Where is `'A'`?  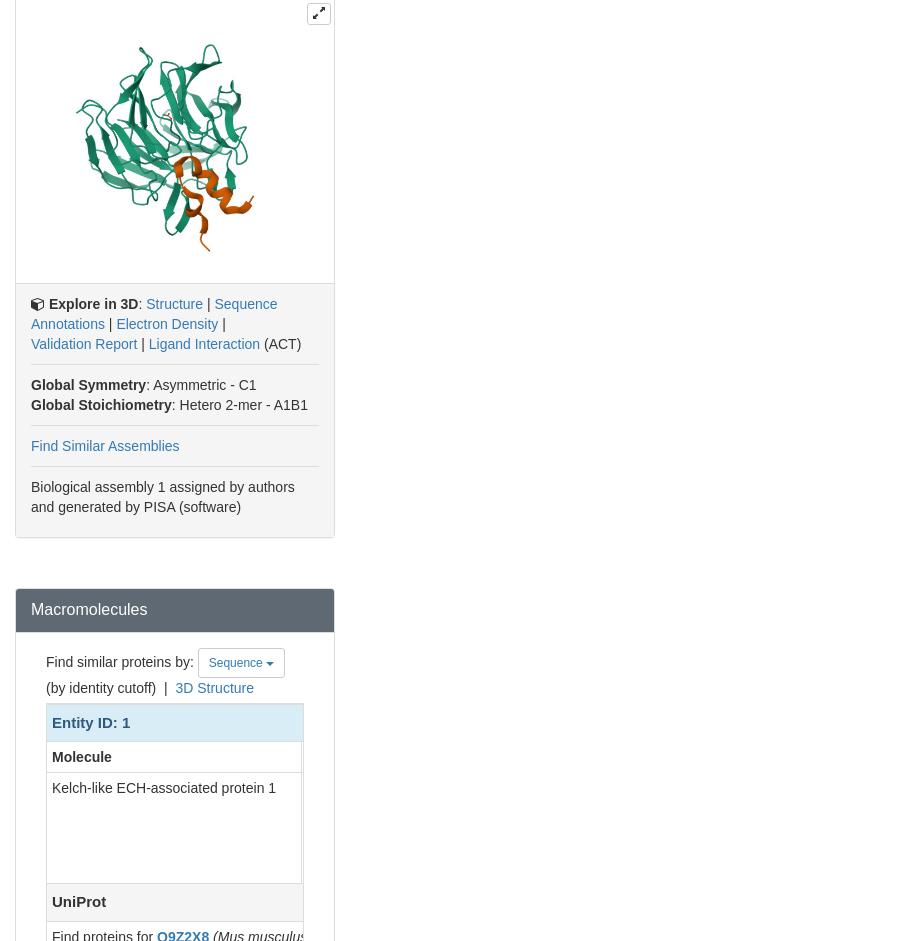 'A' is located at coordinates (309, 787).